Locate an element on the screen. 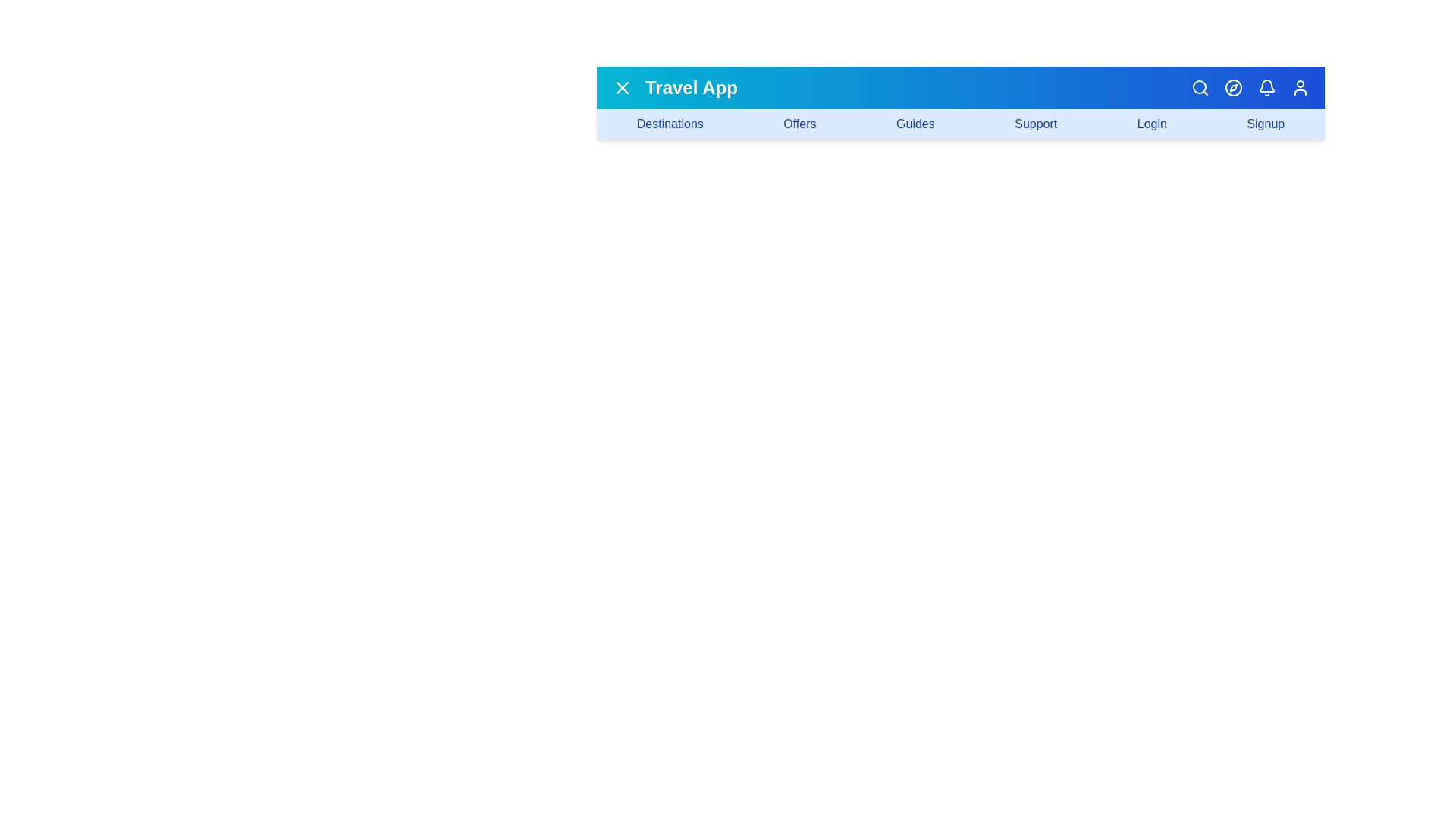 This screenshot has height=819, width=1456. the menu item Login to observe visual feedback is located at coordinates (1151, 124).